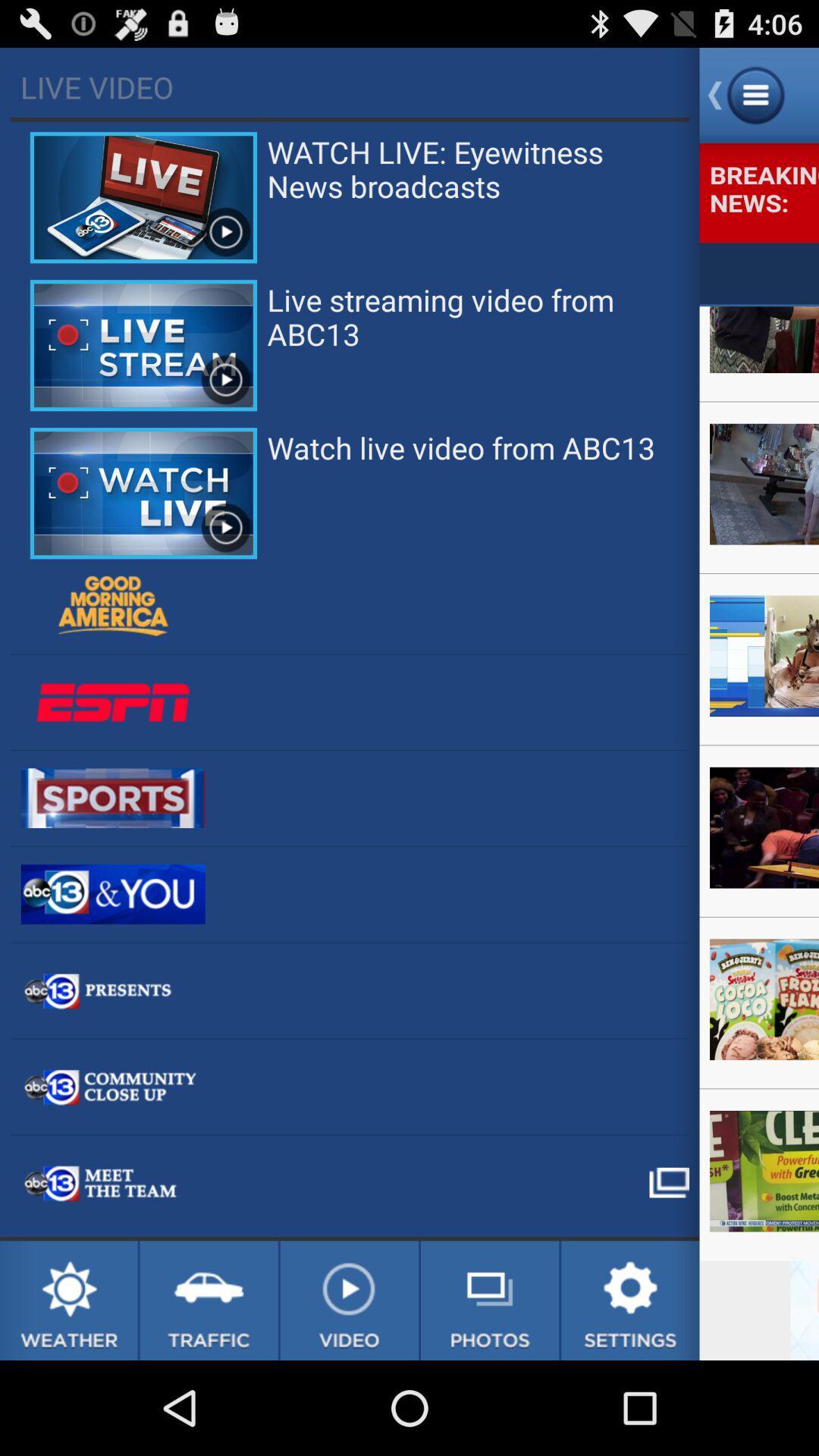  I want to click on no, so click(349, 1300).